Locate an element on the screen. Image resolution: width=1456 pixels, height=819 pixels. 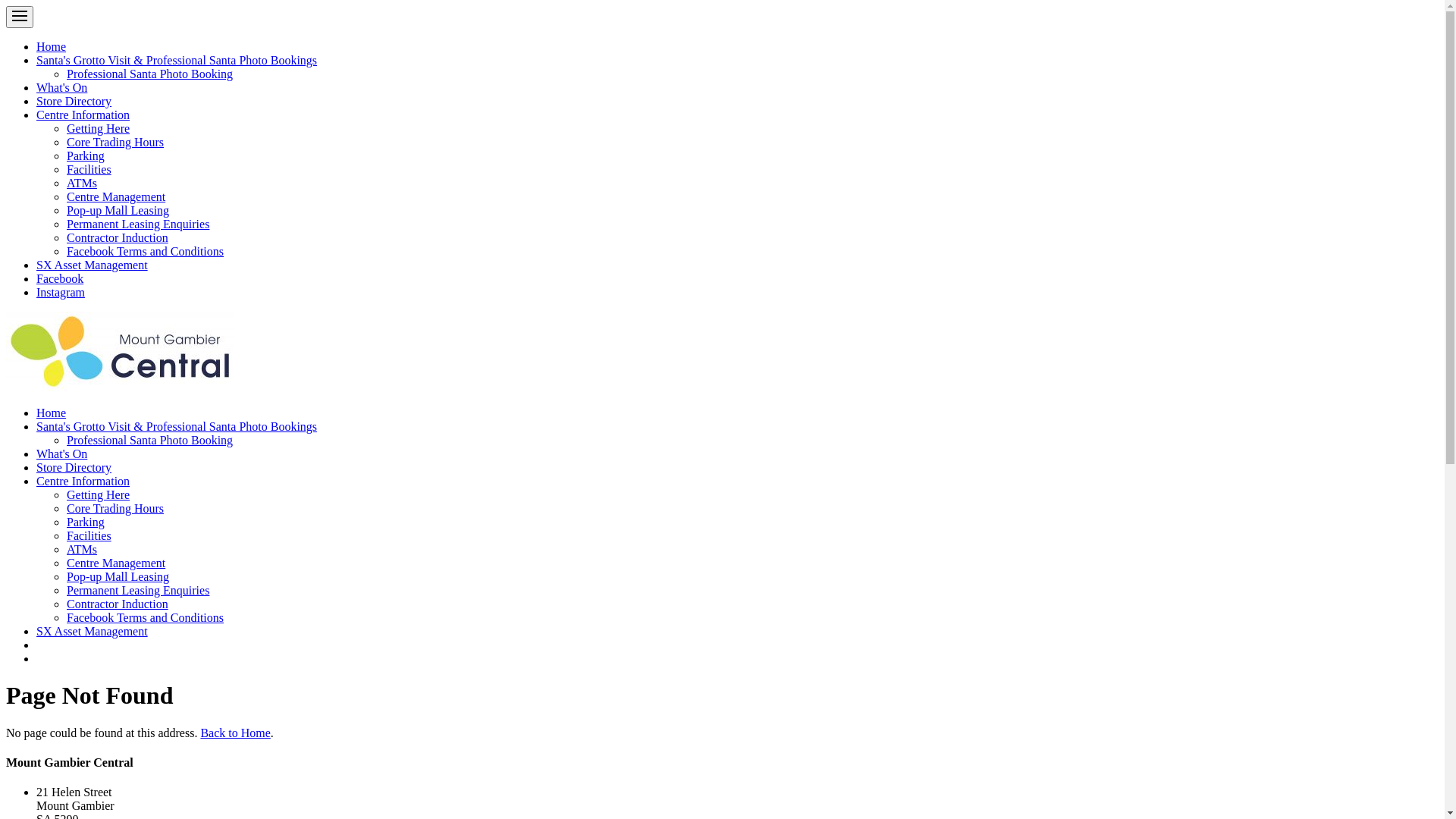
'Centre Information' is located at coordinates (36, 114).